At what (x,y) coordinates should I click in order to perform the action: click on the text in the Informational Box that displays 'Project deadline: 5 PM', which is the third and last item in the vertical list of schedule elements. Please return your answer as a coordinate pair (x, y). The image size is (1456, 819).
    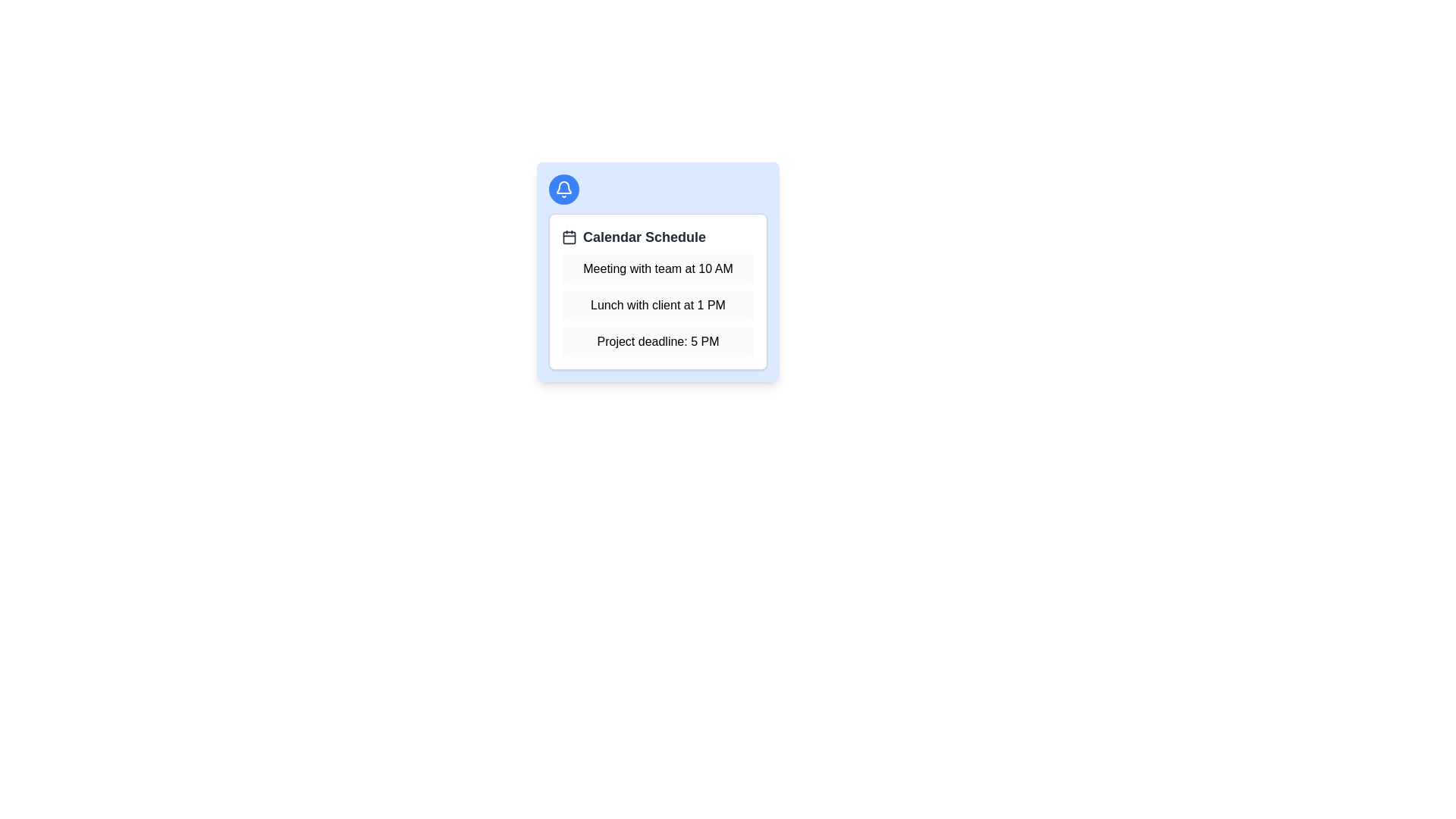
    Looking at the image, I should click on (658, 342).